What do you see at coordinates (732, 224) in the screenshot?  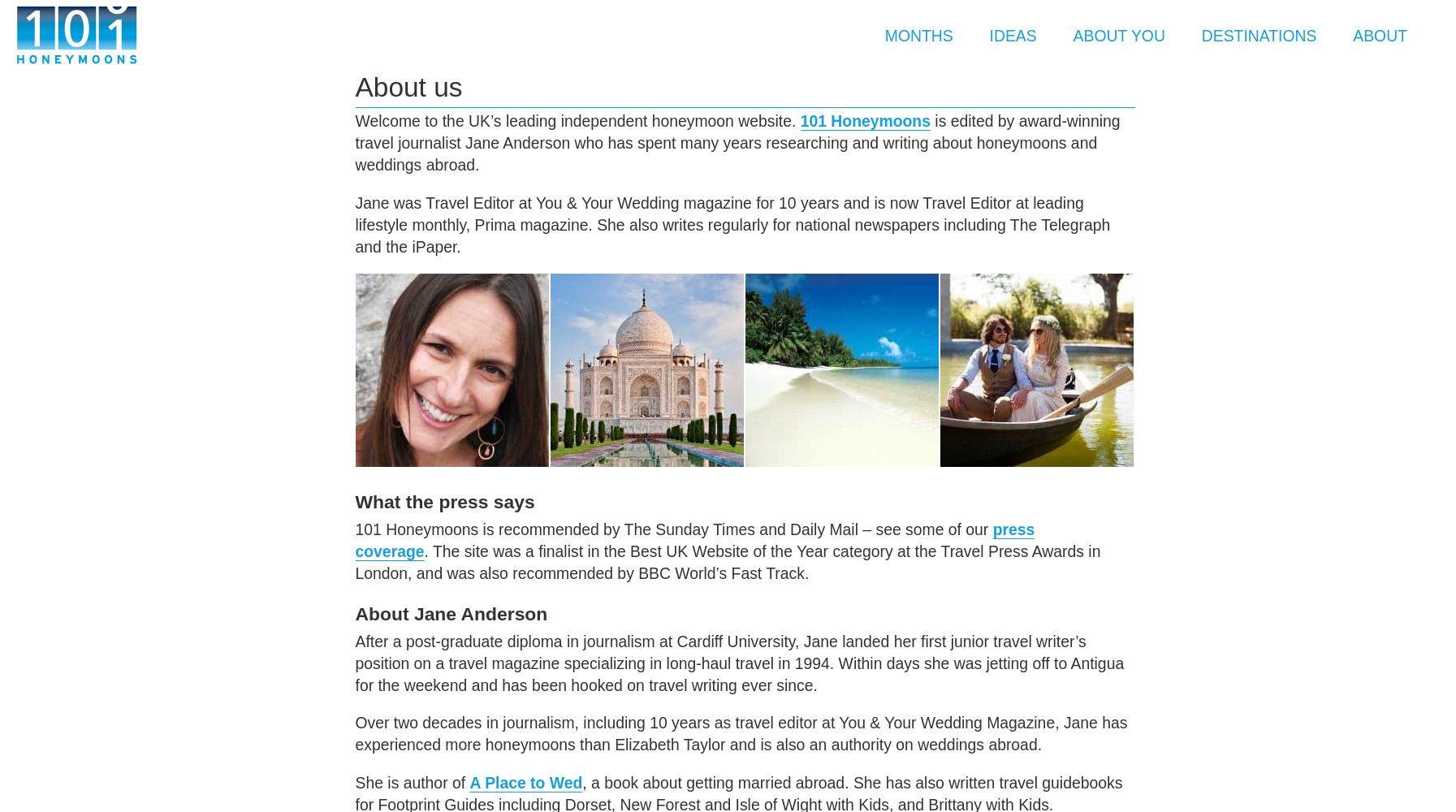 I see `'Jane was Travel Editor at You & Your Wedding magazine for 10 years and is now Travel Editor at leading lifestyle monthly, Prima magazine. She also writes regularly for national newspapers including The Telegraph and the iPaper.'` at bounding box center [732, 224].